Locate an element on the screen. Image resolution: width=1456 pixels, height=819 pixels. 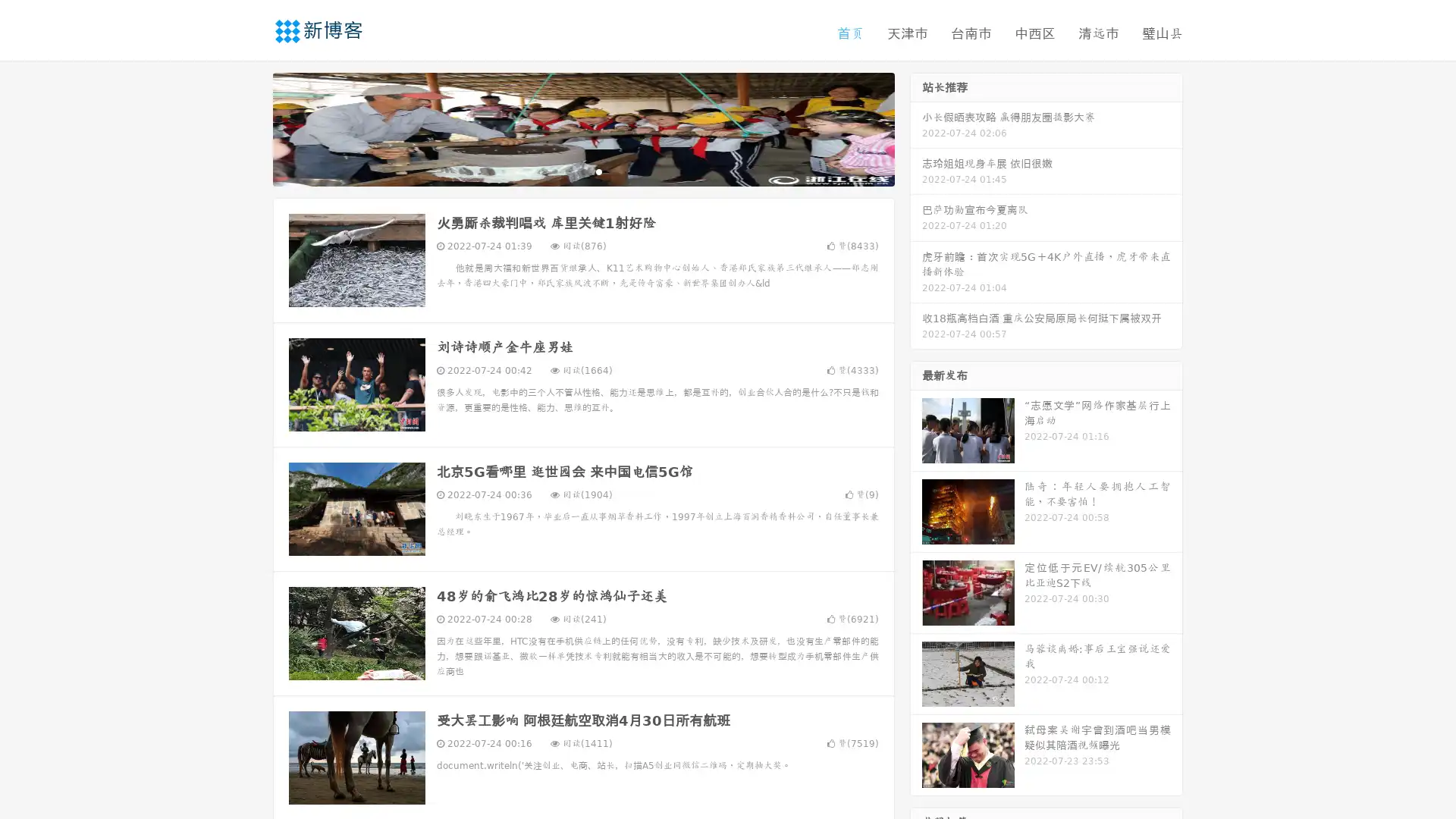
Go to slide 2 is located at coordinates (582, 171).